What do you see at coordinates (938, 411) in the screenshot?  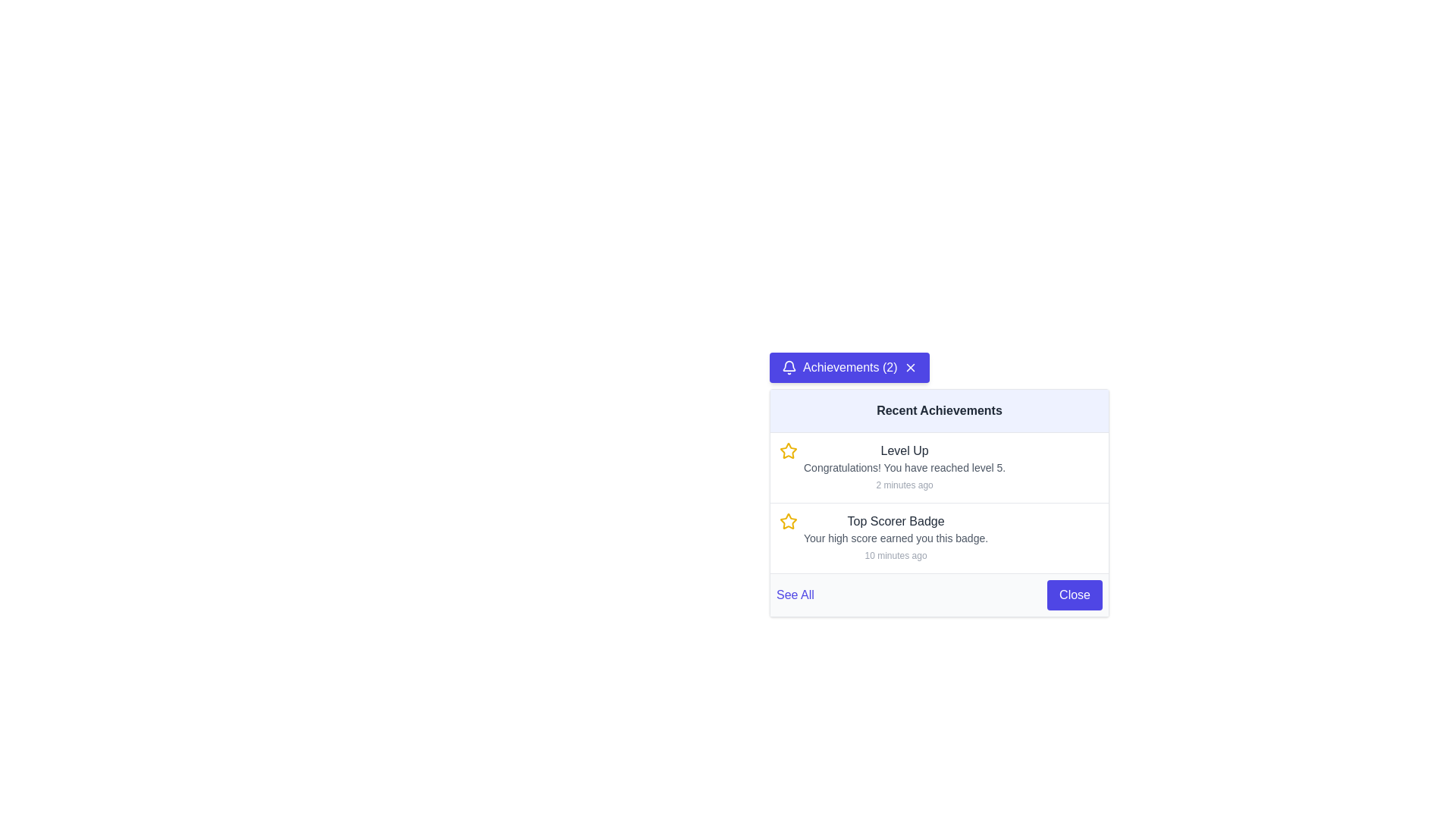 I see `the 'Recent Achievements' header text, which is styled in bold dark gray on a light indigo background, located at the top of the modal beneath the title bar 'Achievements (2)'` at bounding box center [938, 411].